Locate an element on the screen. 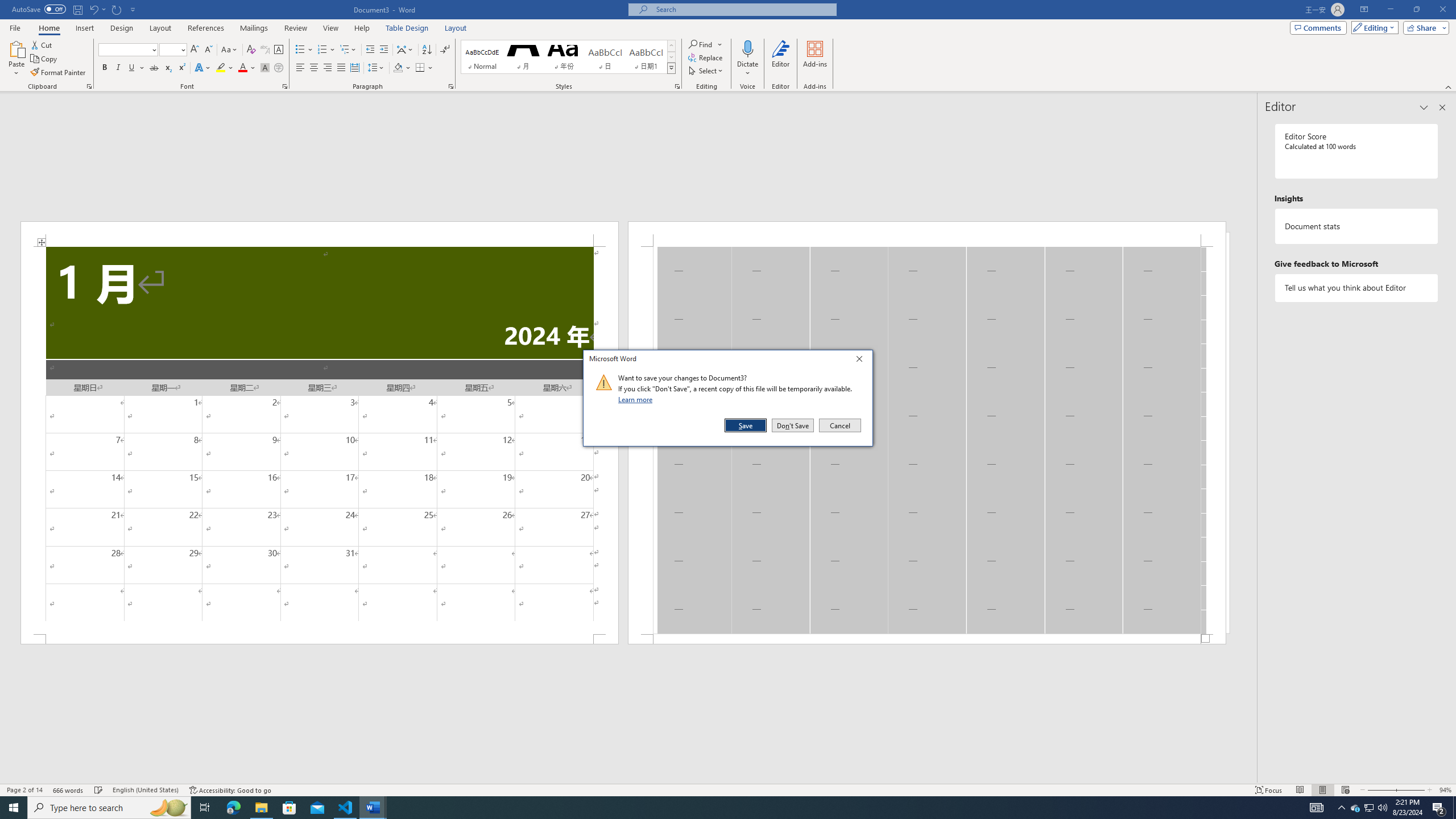 The image size is (1456, 819). 'Numbering' is located at coordinates (322, 49).